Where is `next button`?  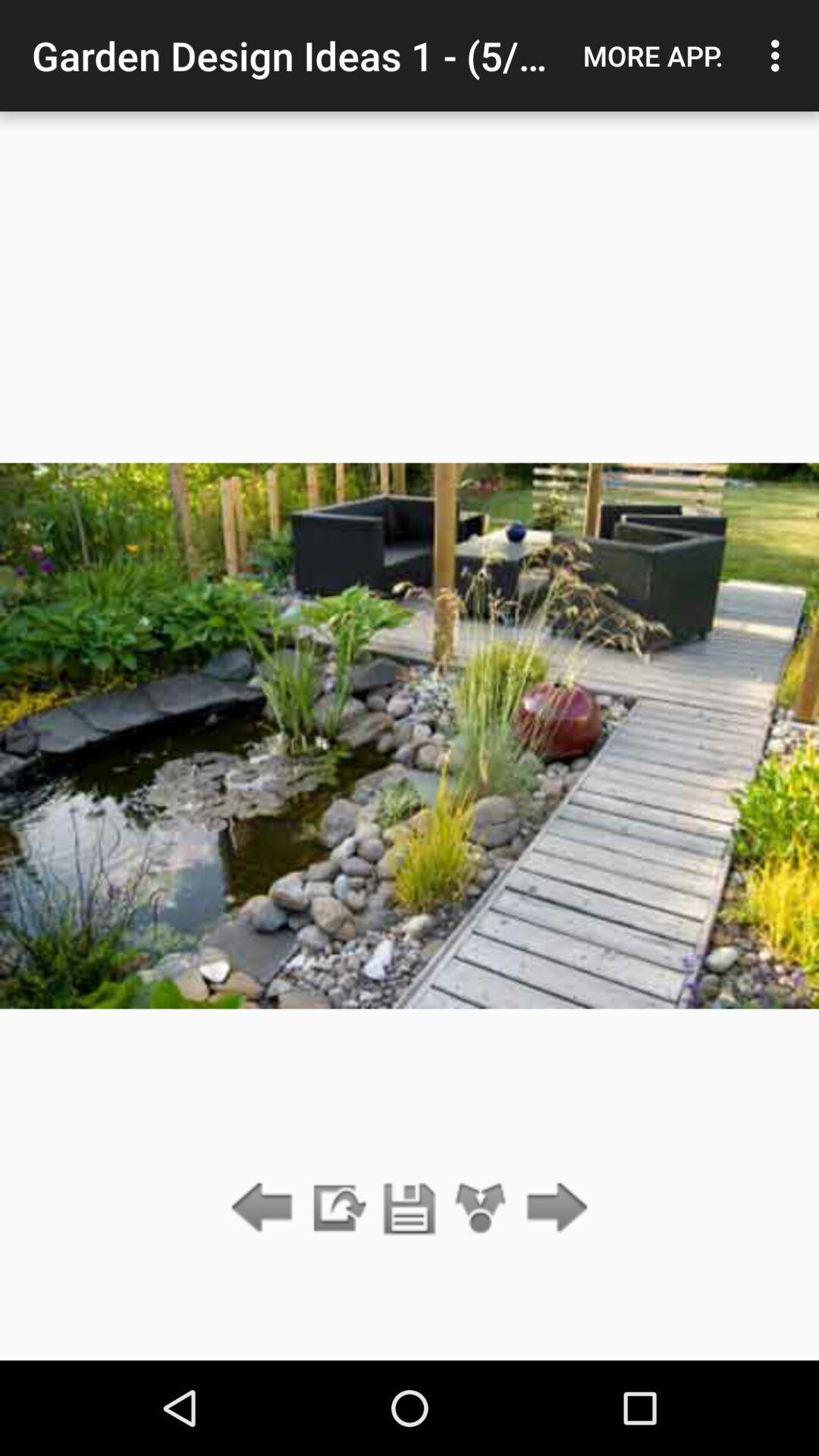
next button is located at coordinates (553, 1208).